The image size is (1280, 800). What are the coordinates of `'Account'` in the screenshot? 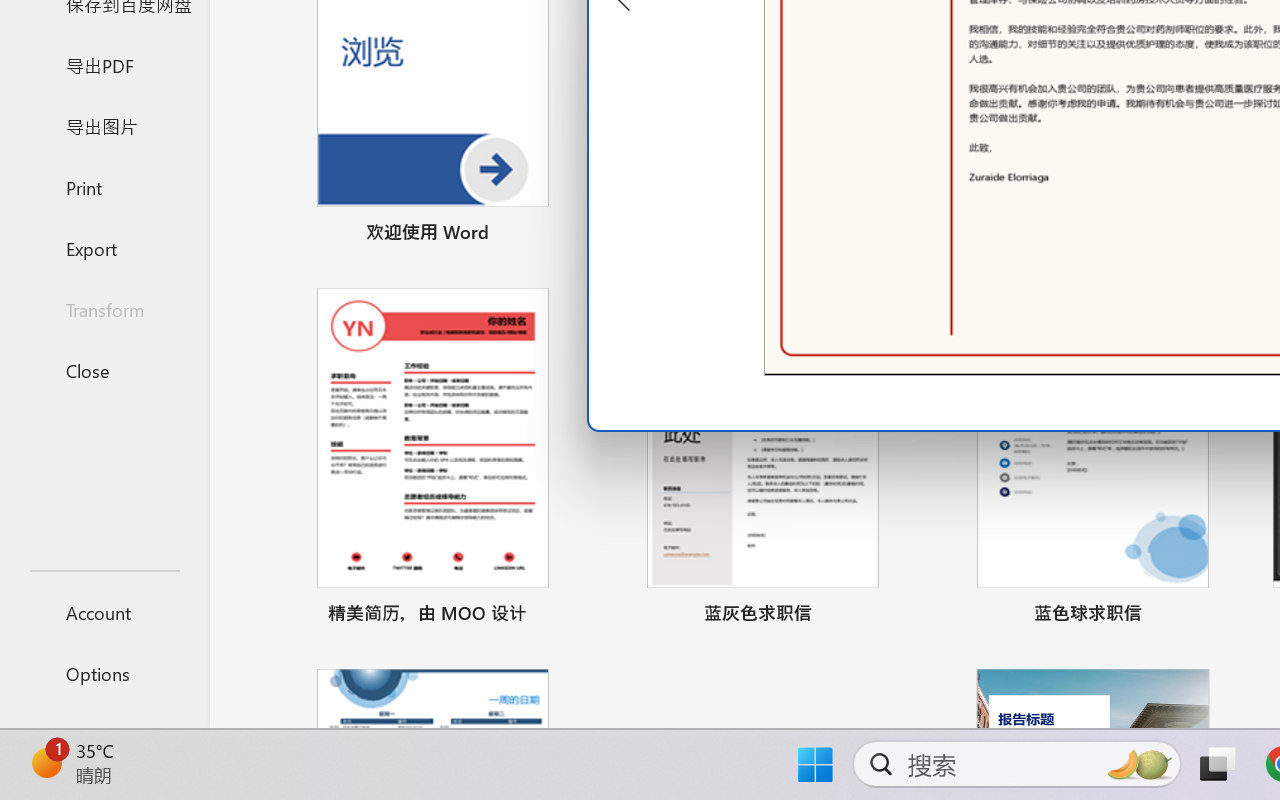 It's located at (103, 612).